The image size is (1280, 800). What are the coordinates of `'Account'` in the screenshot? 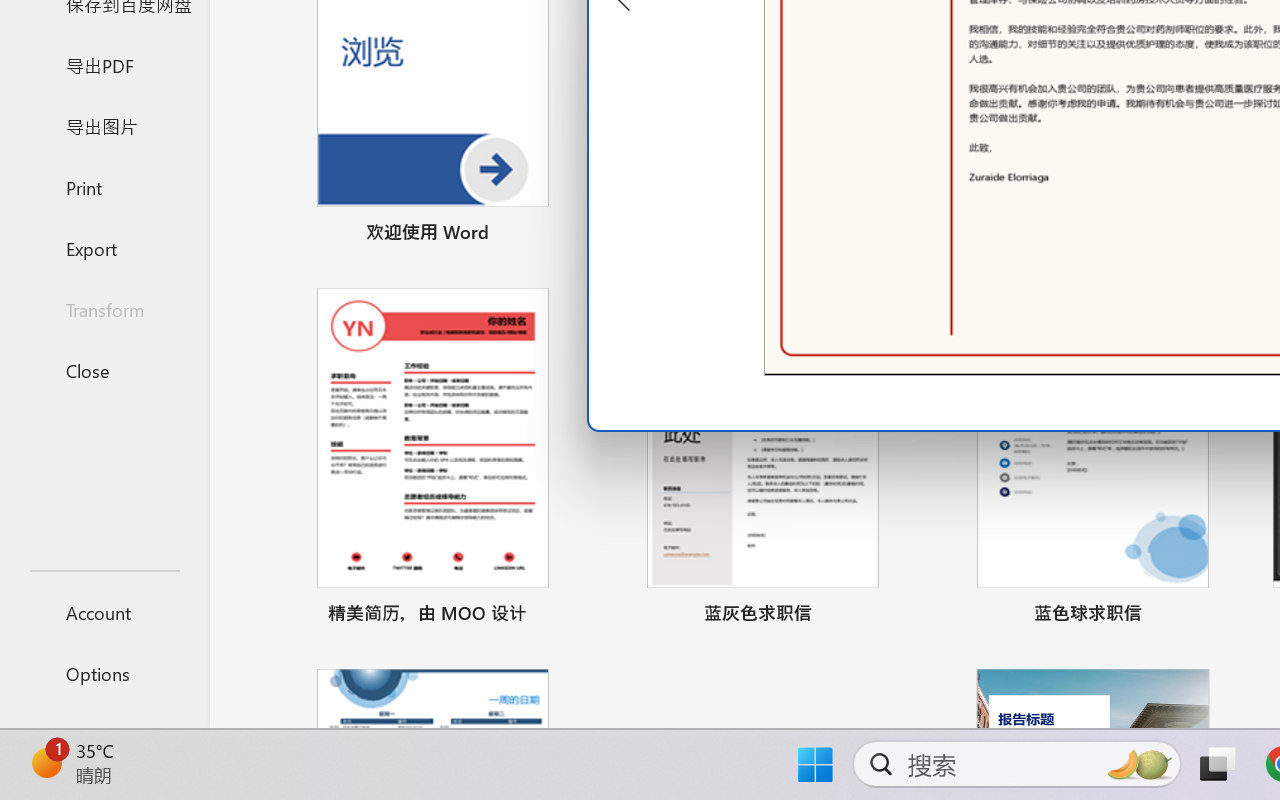 It's located at (103, 612).